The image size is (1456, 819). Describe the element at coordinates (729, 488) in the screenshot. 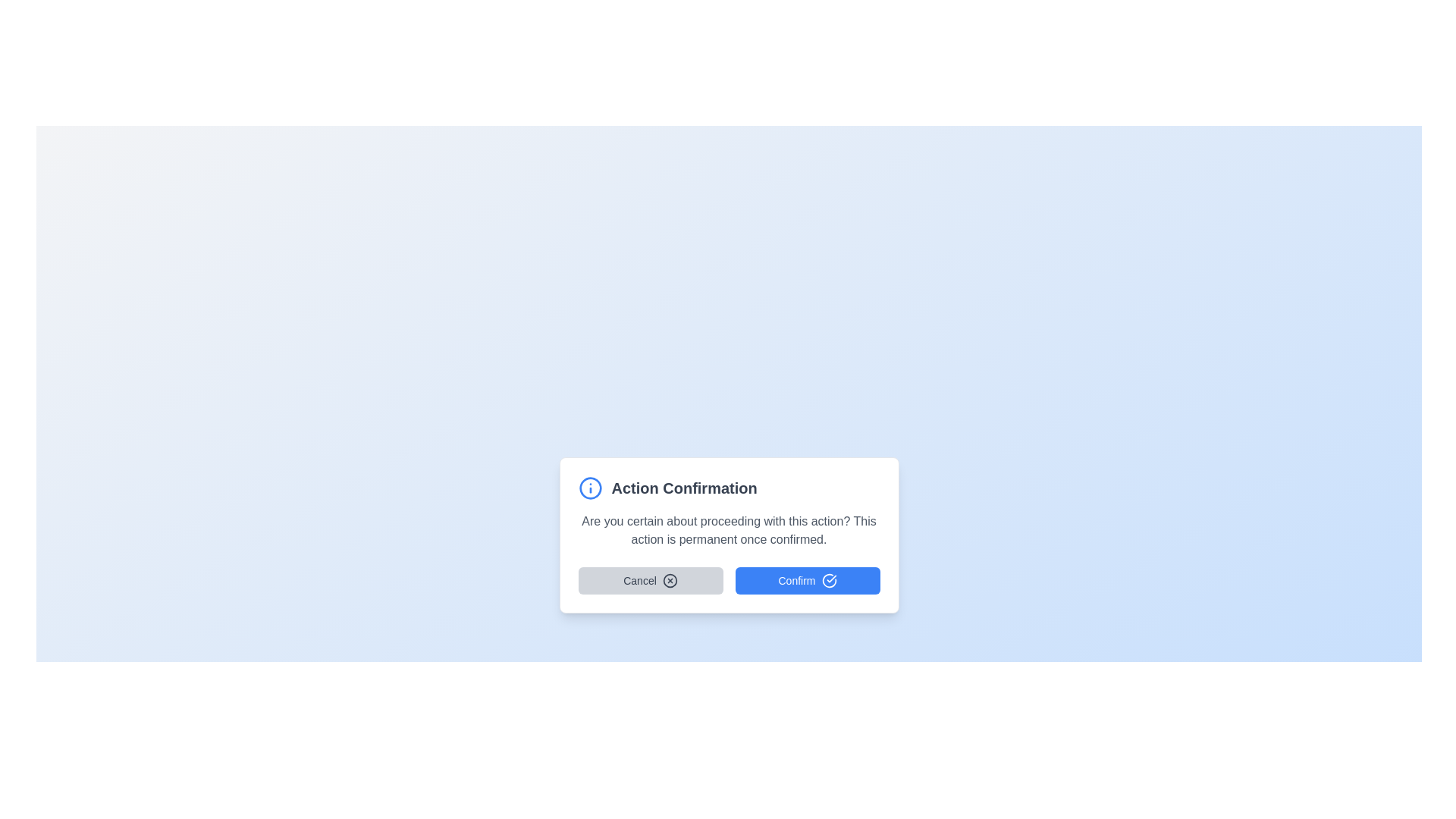

I see `text of the Header with an informational icon, which is the title of the modal dialog providing context about its purpose` at that location.